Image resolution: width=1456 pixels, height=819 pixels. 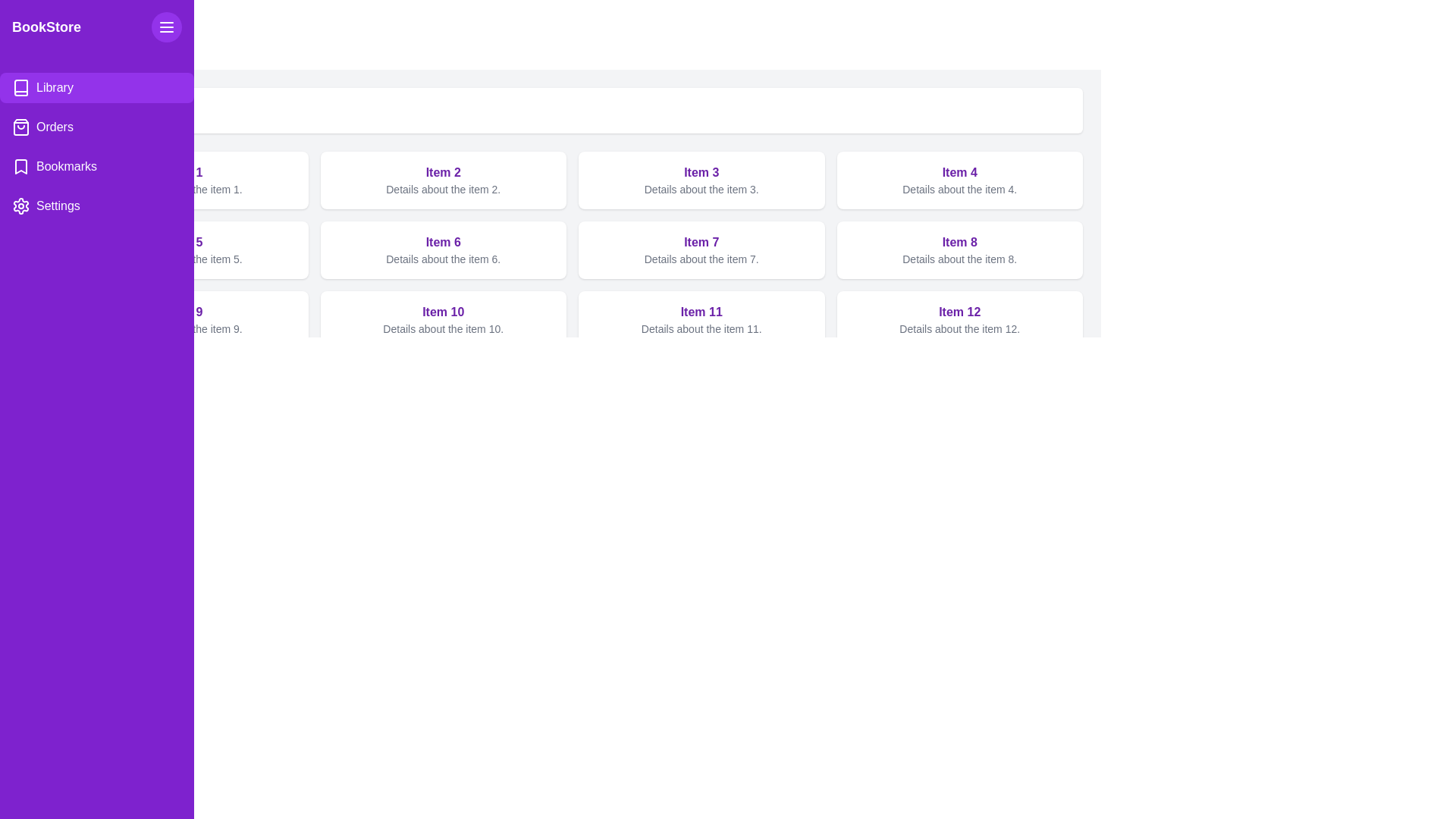 I want to click on the shopping bag icon in the sidebar menu, which is the second item from the top and is colored purple, so click(x=21, y=127).